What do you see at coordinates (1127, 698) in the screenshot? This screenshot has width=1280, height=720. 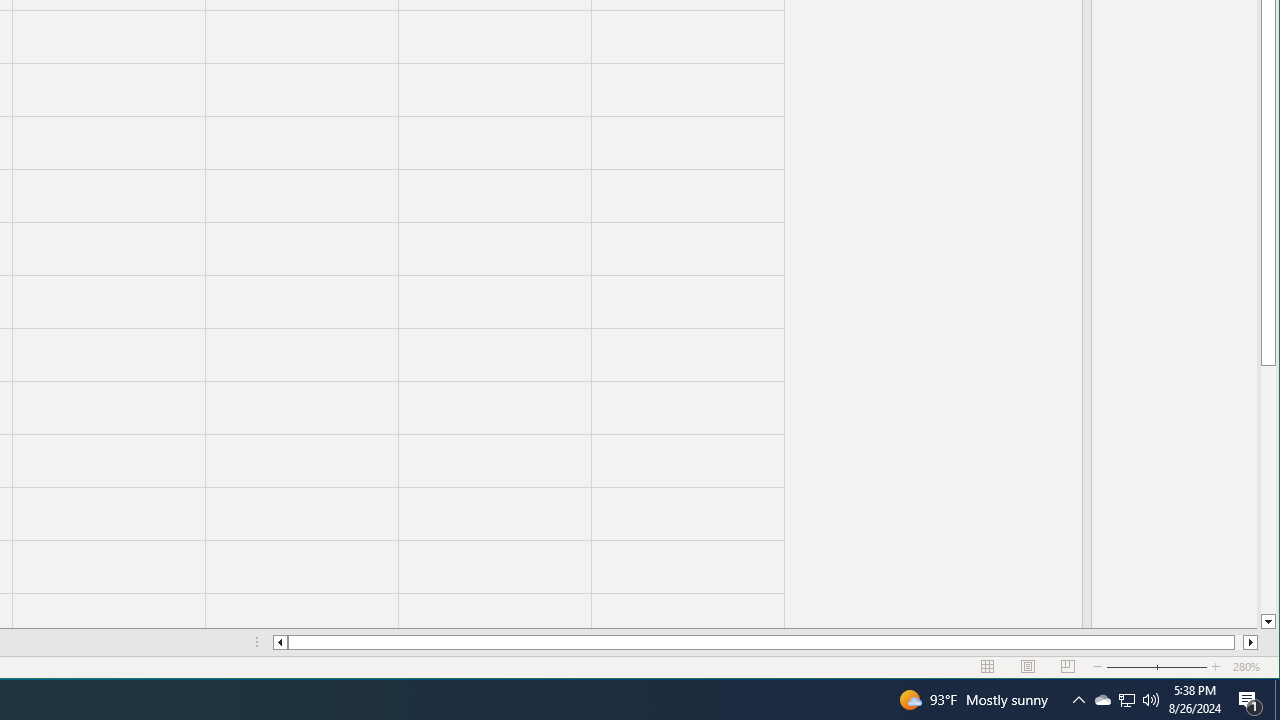 I see `'User Promoted Notification Area'` at bounding box center [1127, 698].